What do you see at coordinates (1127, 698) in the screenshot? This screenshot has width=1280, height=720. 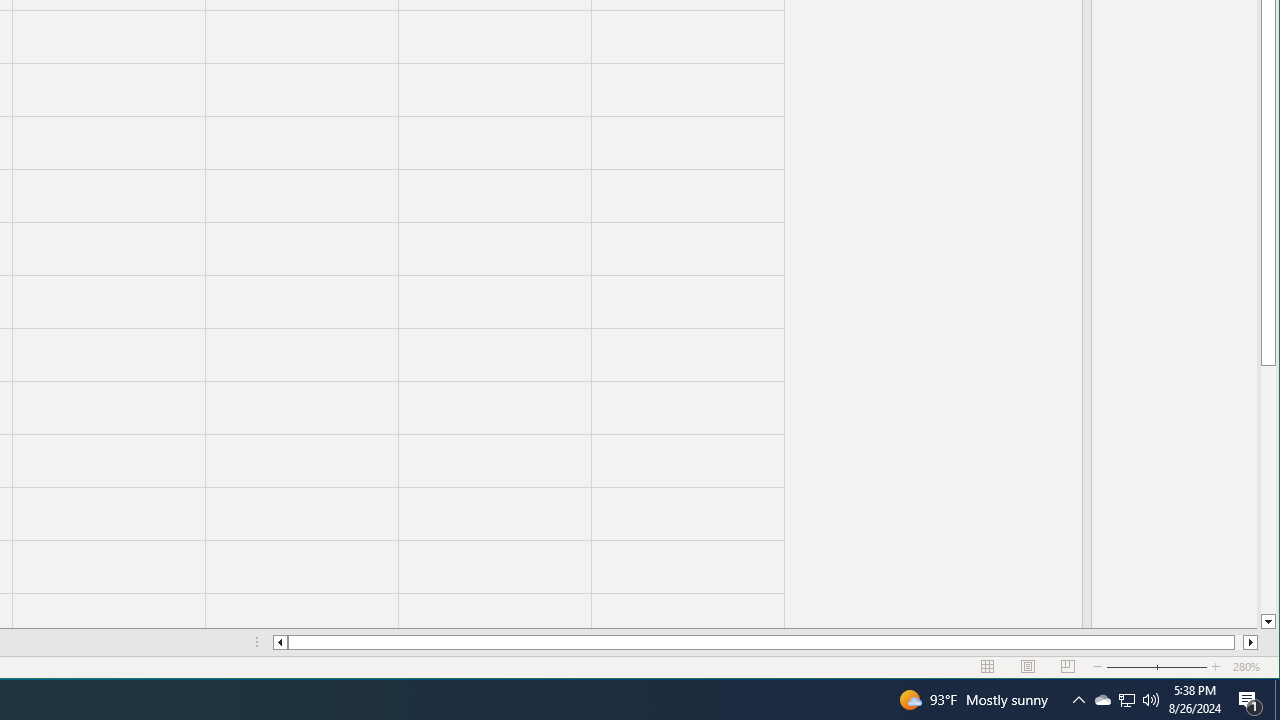 I see `'User Promoted Notification Area'` at bounding box center [1127, 698].